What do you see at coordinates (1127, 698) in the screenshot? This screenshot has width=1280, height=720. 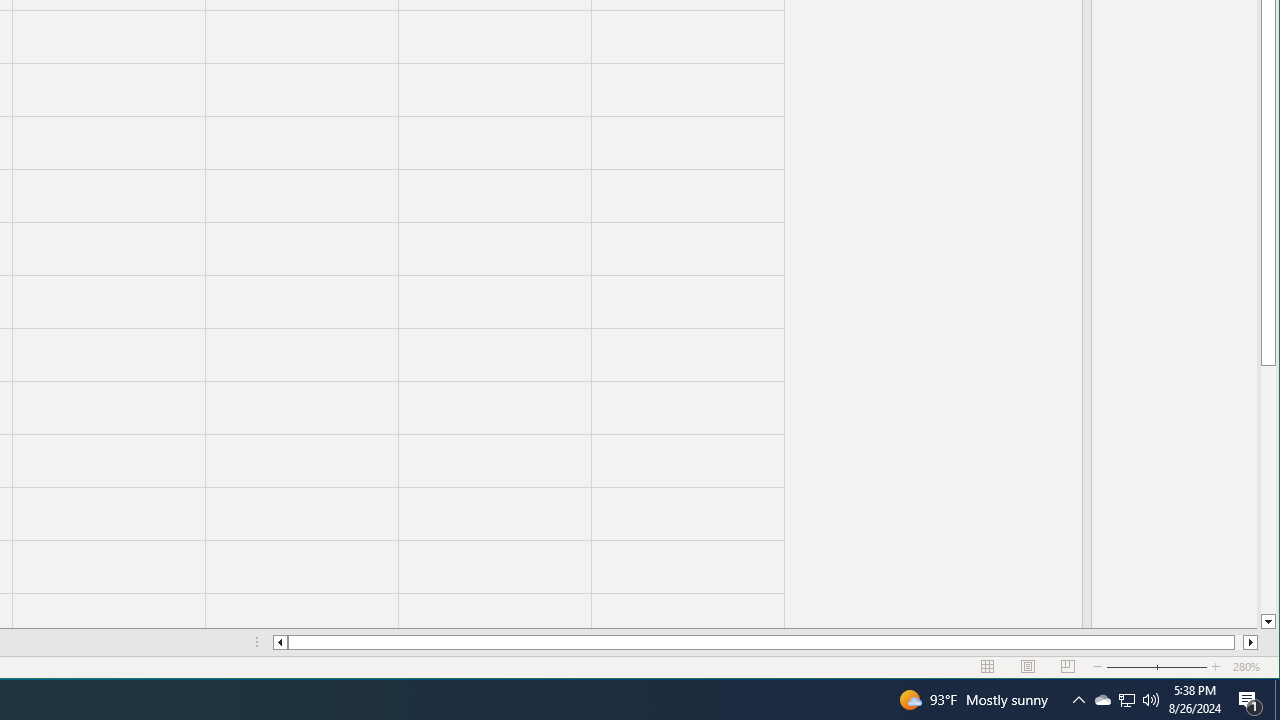 I see `'User Promoted Notification Area'` at bounding box center [1127, 698].